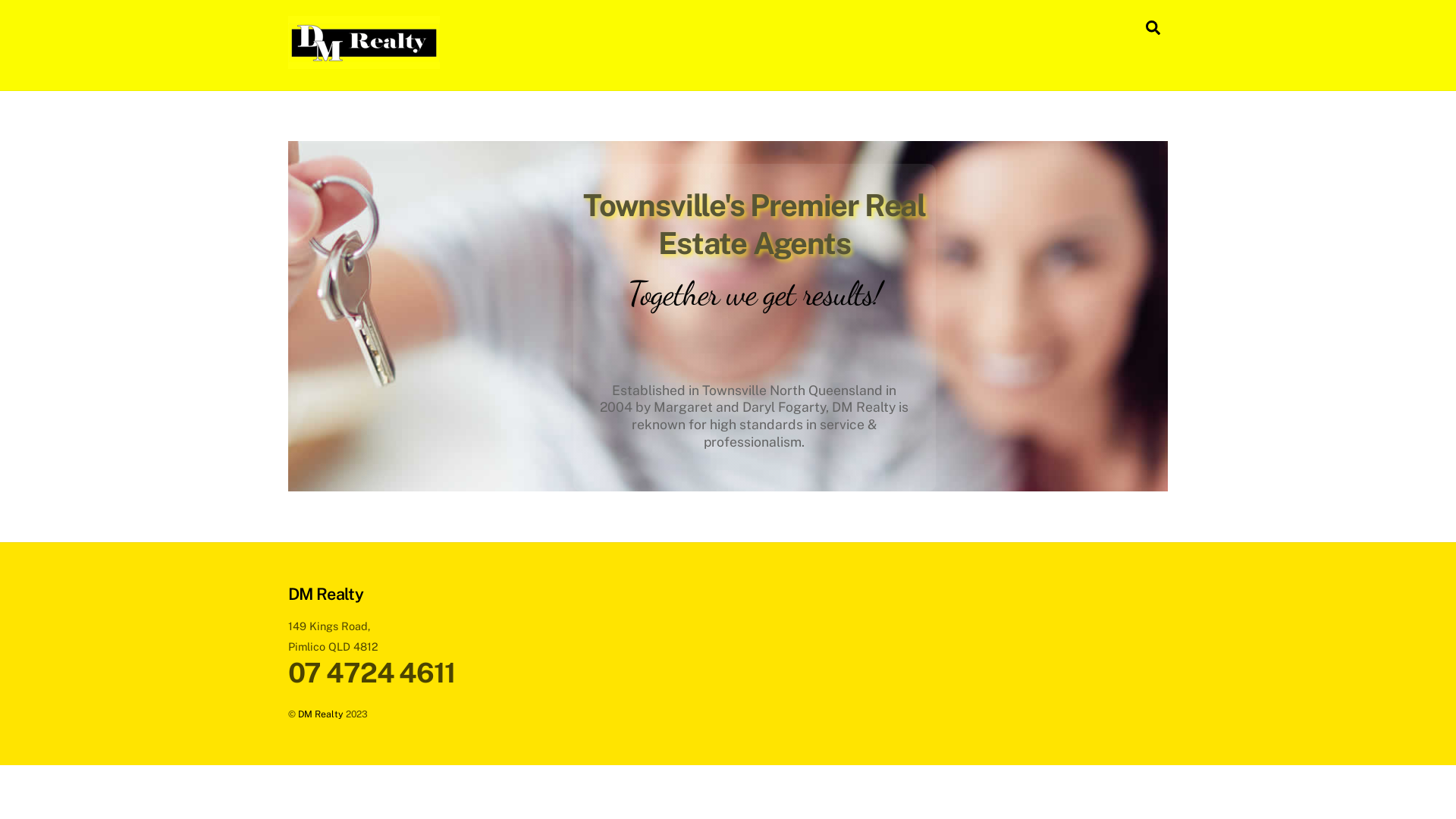  What do you see at coordinates (1153, 27) in the screenshot?
I see `'Search'` at bounding box center [1153, 27].